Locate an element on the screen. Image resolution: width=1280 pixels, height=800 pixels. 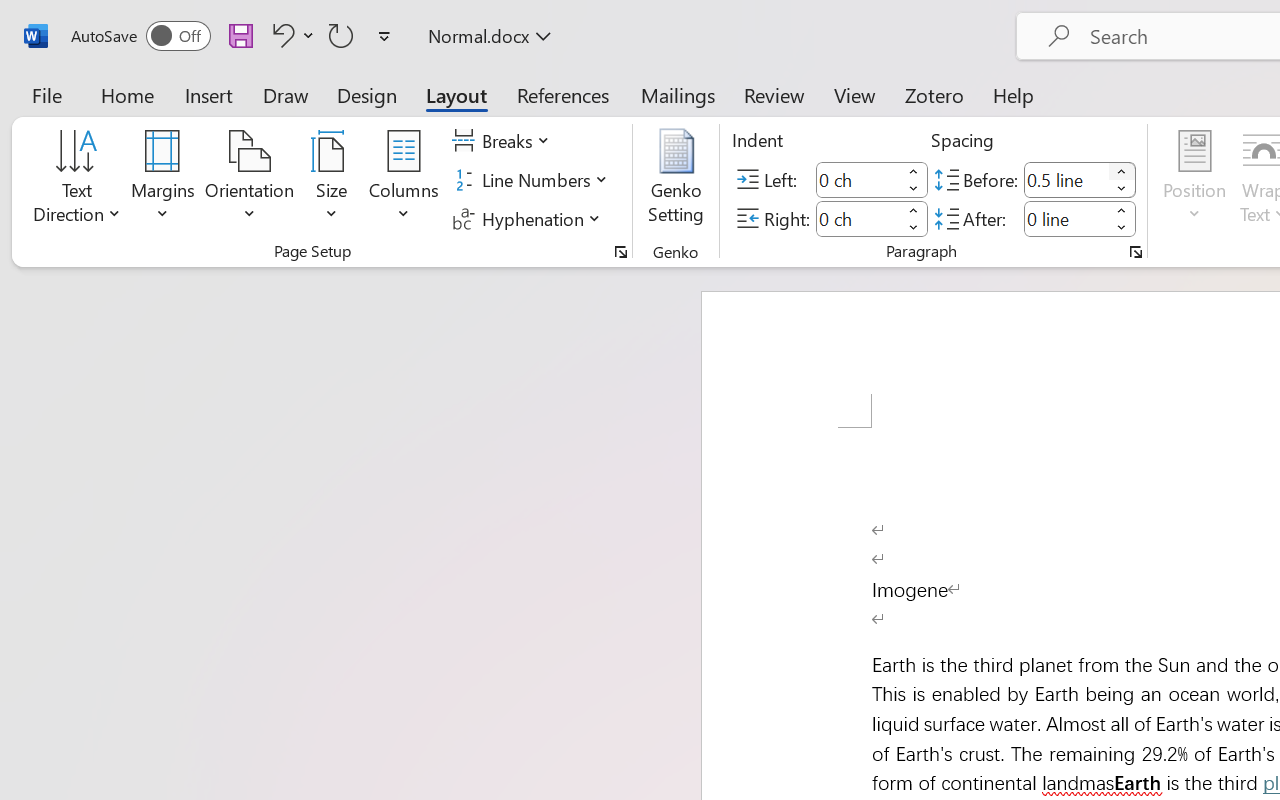
'Columns' is located at coordinates (403, 179).